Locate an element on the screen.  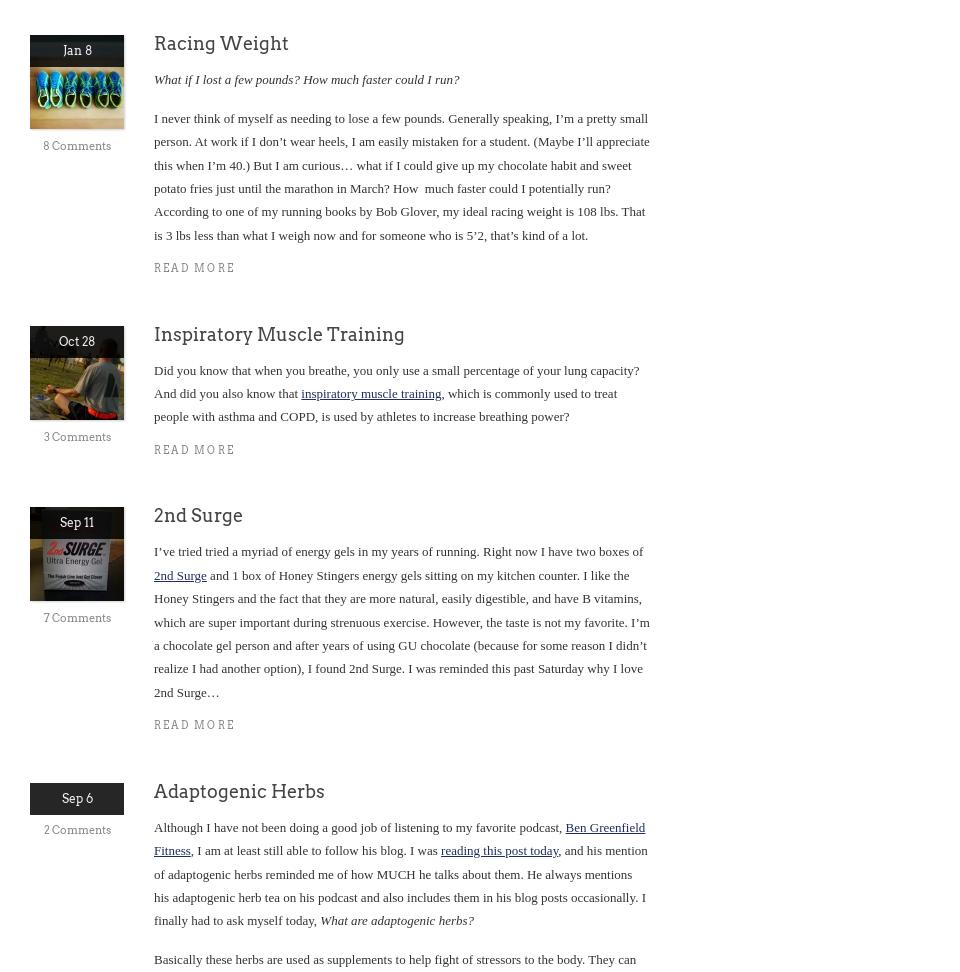
'8 Comments' is located at coordinates (76, 145).